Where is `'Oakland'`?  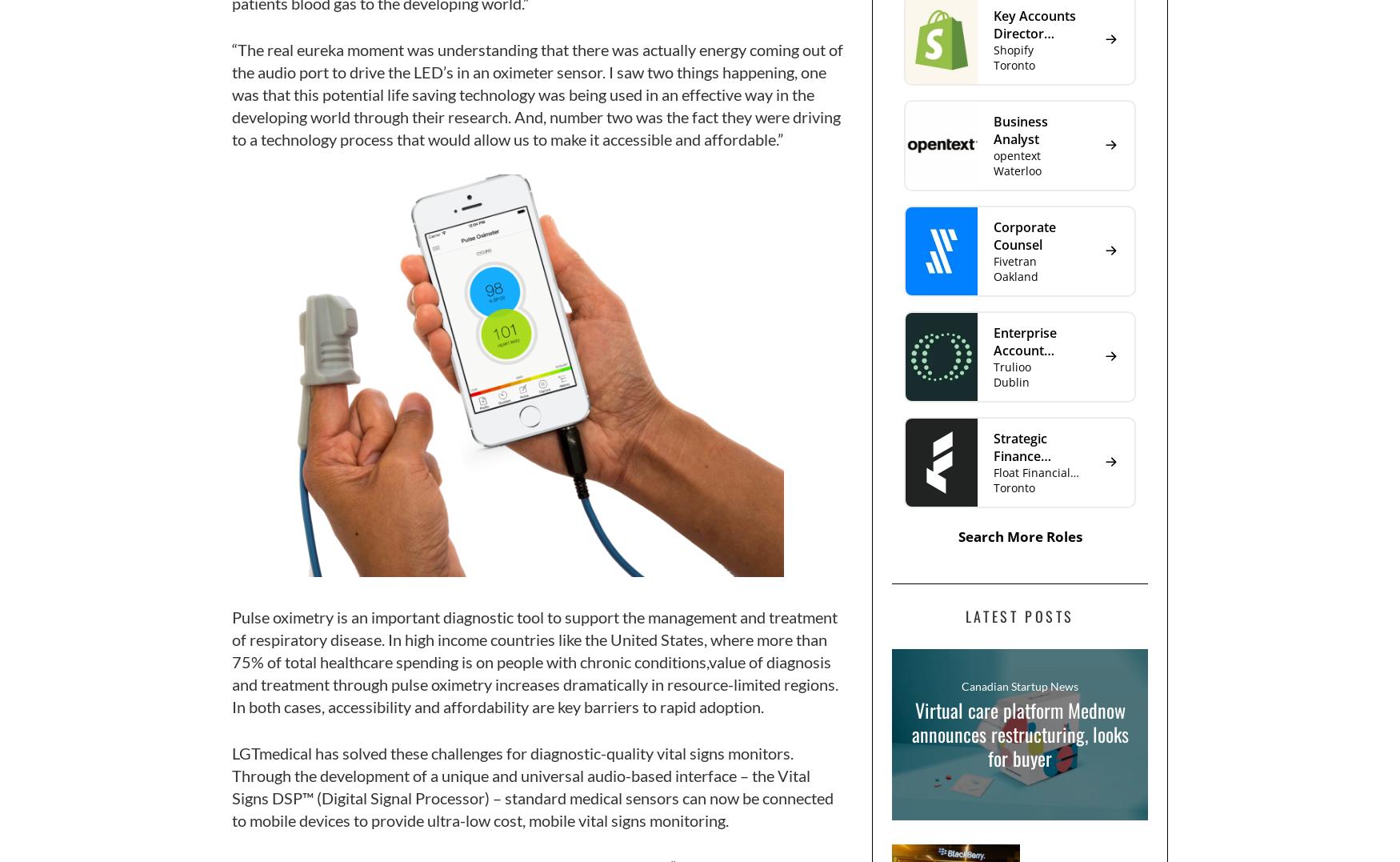
'Oakland' is located at coordinates (1014, 275).